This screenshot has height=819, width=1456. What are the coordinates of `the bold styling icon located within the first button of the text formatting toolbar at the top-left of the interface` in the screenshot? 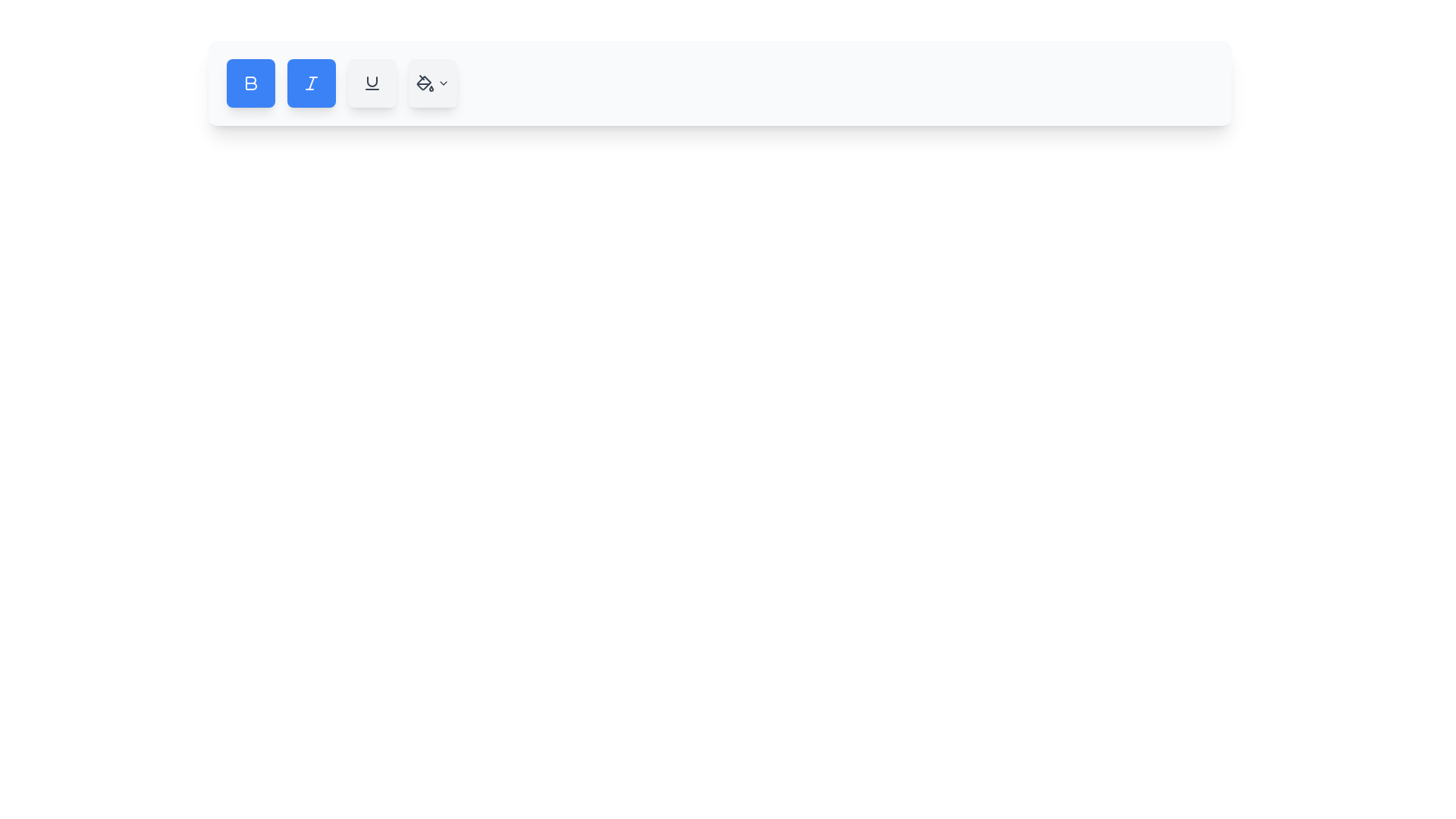 It's located at (251, 83).